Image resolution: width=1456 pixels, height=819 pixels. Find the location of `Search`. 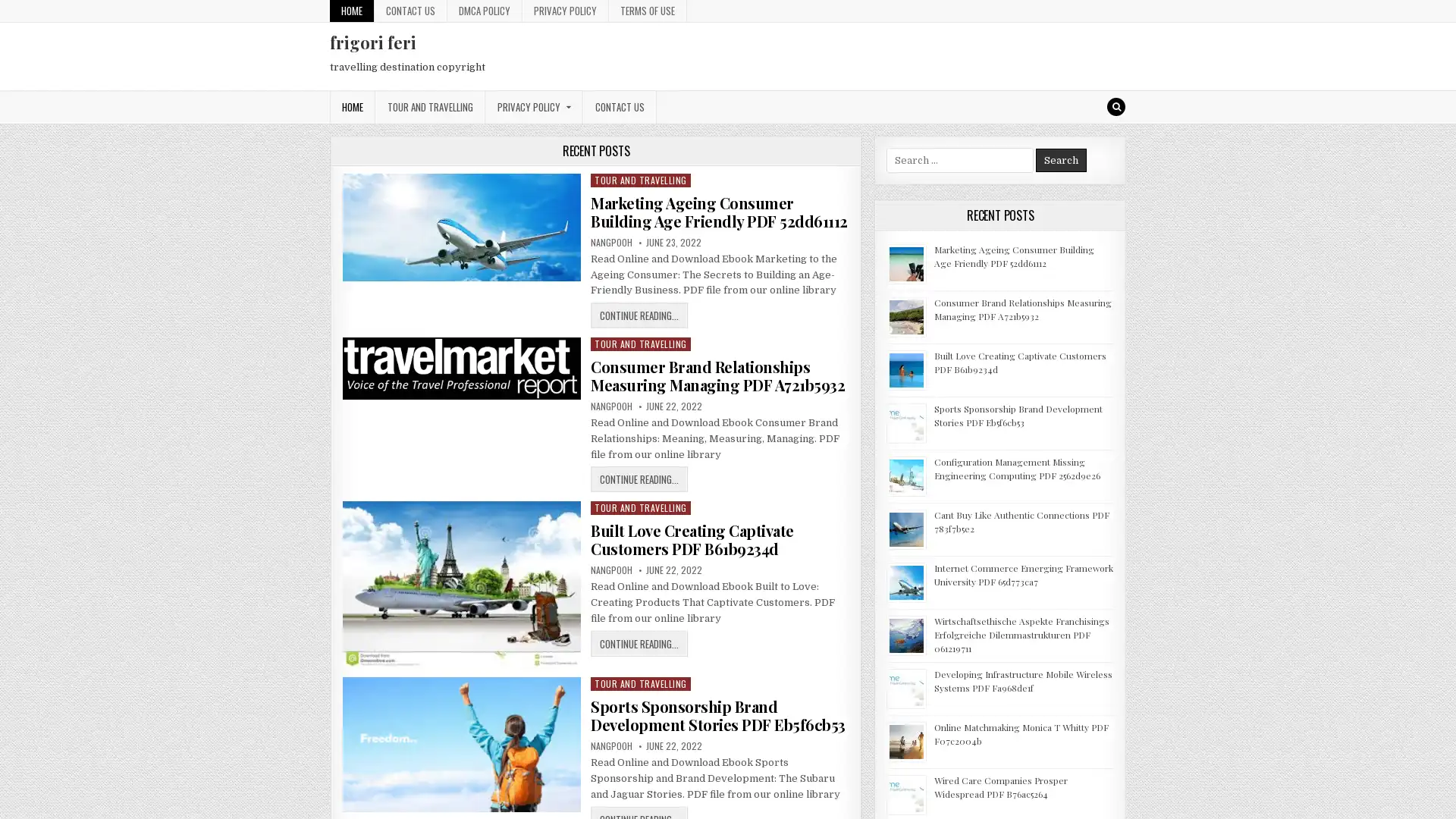

Search is located at coordinates (1060, 160).